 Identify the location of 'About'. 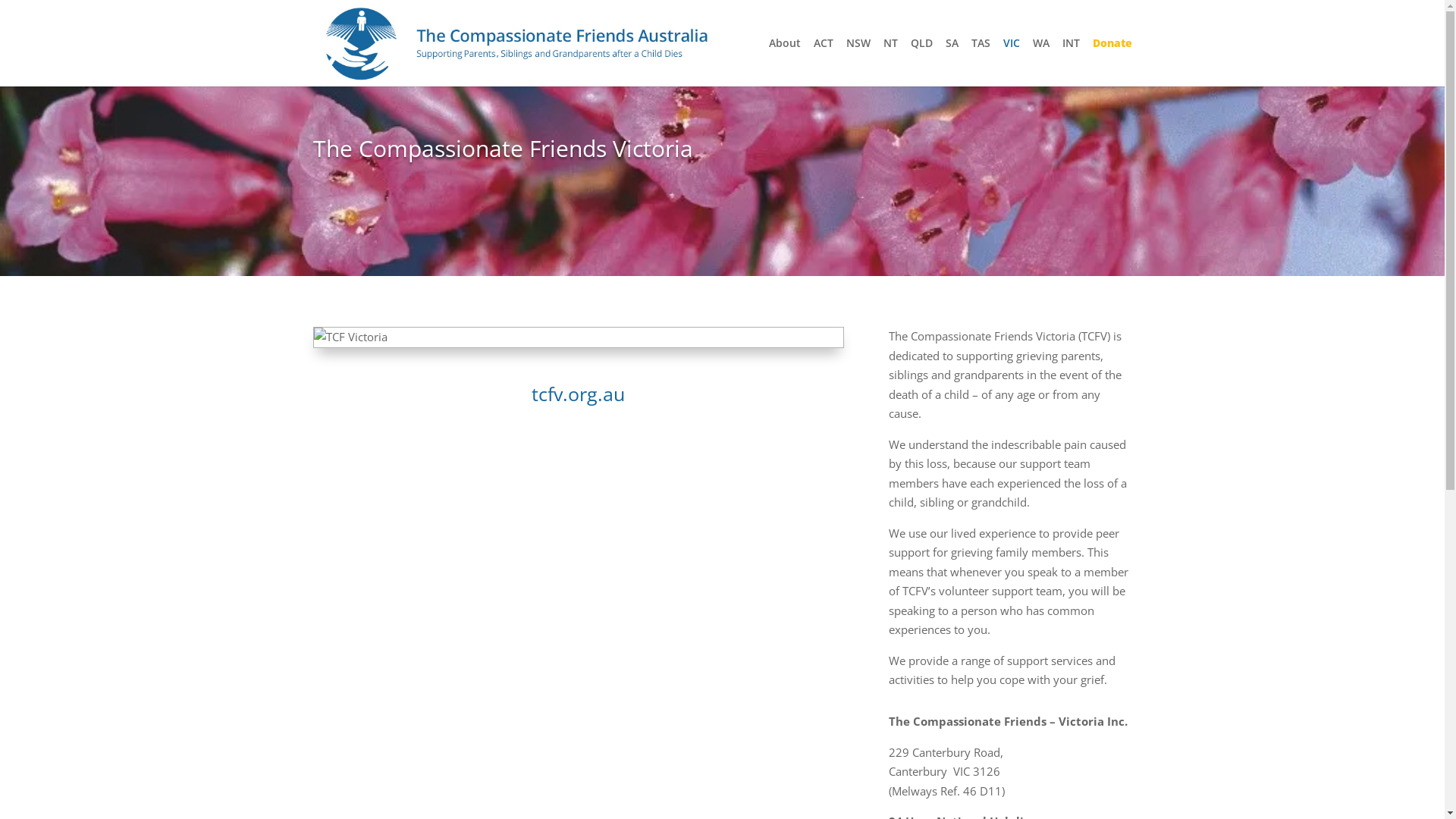
(785, 61).